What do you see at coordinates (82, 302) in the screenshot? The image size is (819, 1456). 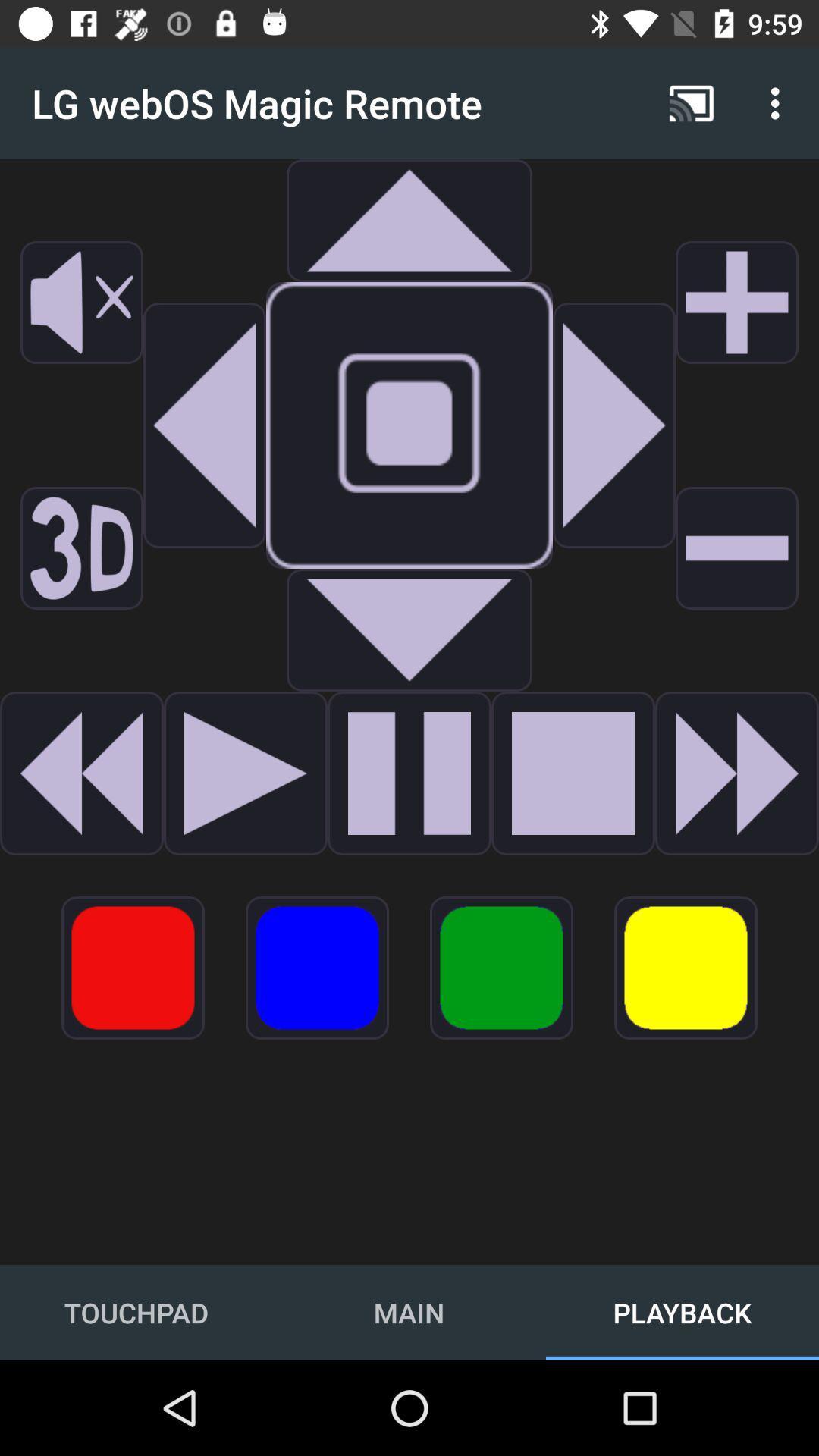 I see `the volume icon` at bounding box center [82, 302].